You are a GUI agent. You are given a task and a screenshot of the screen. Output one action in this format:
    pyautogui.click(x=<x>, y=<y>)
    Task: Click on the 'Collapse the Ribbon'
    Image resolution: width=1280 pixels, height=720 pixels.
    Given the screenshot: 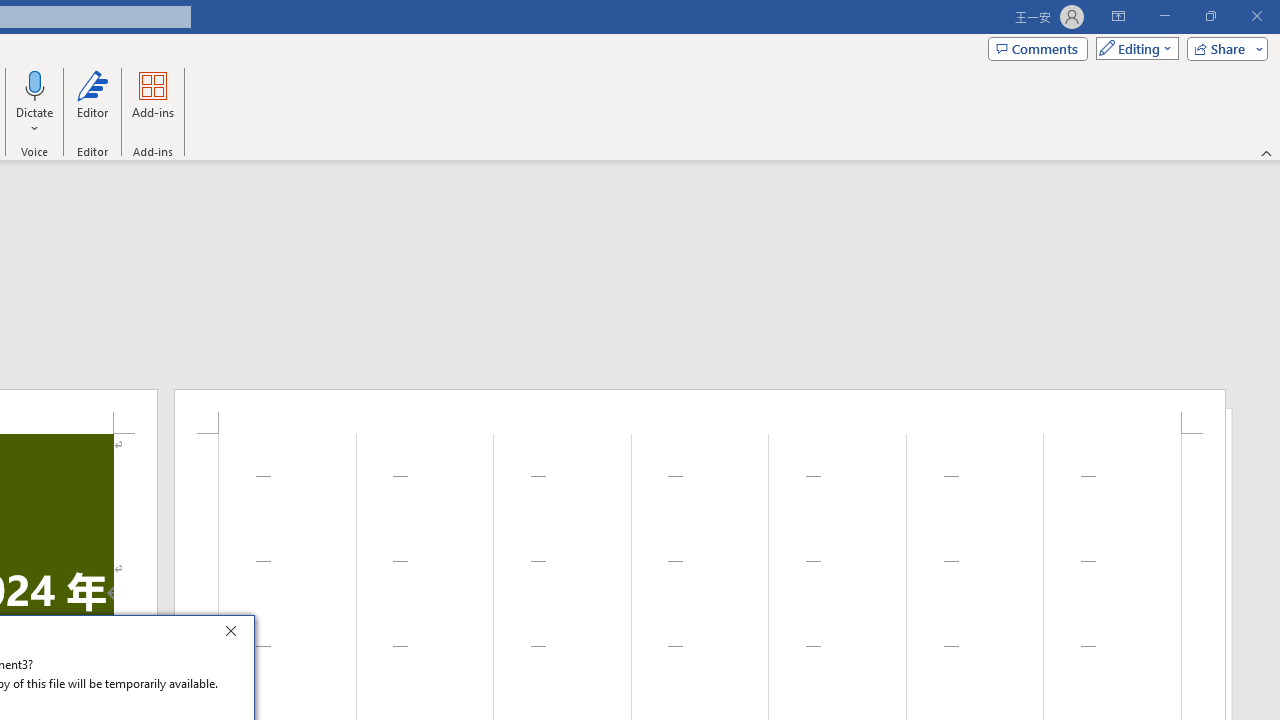 What is the action you would take?
    pyautogui.click(x=1266, y=152)
    